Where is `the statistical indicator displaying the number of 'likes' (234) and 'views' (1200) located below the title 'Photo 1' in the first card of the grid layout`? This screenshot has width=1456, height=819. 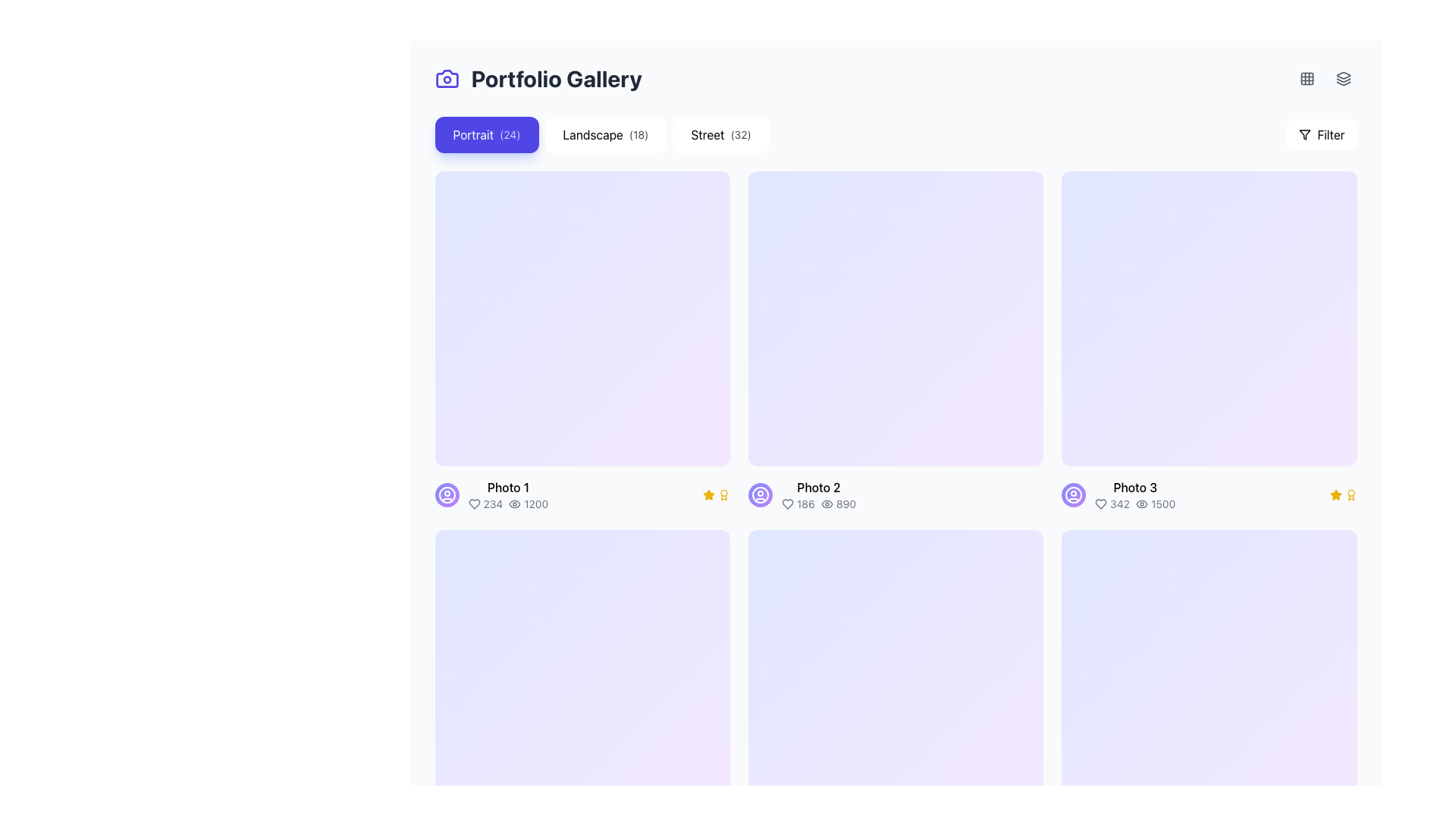 the statistical indicator displaying the number of 'likes' (234) and 'views' (1200) located below the title 'Photo 1' in the first card of the grid layout is located at coordinates (508, 504).